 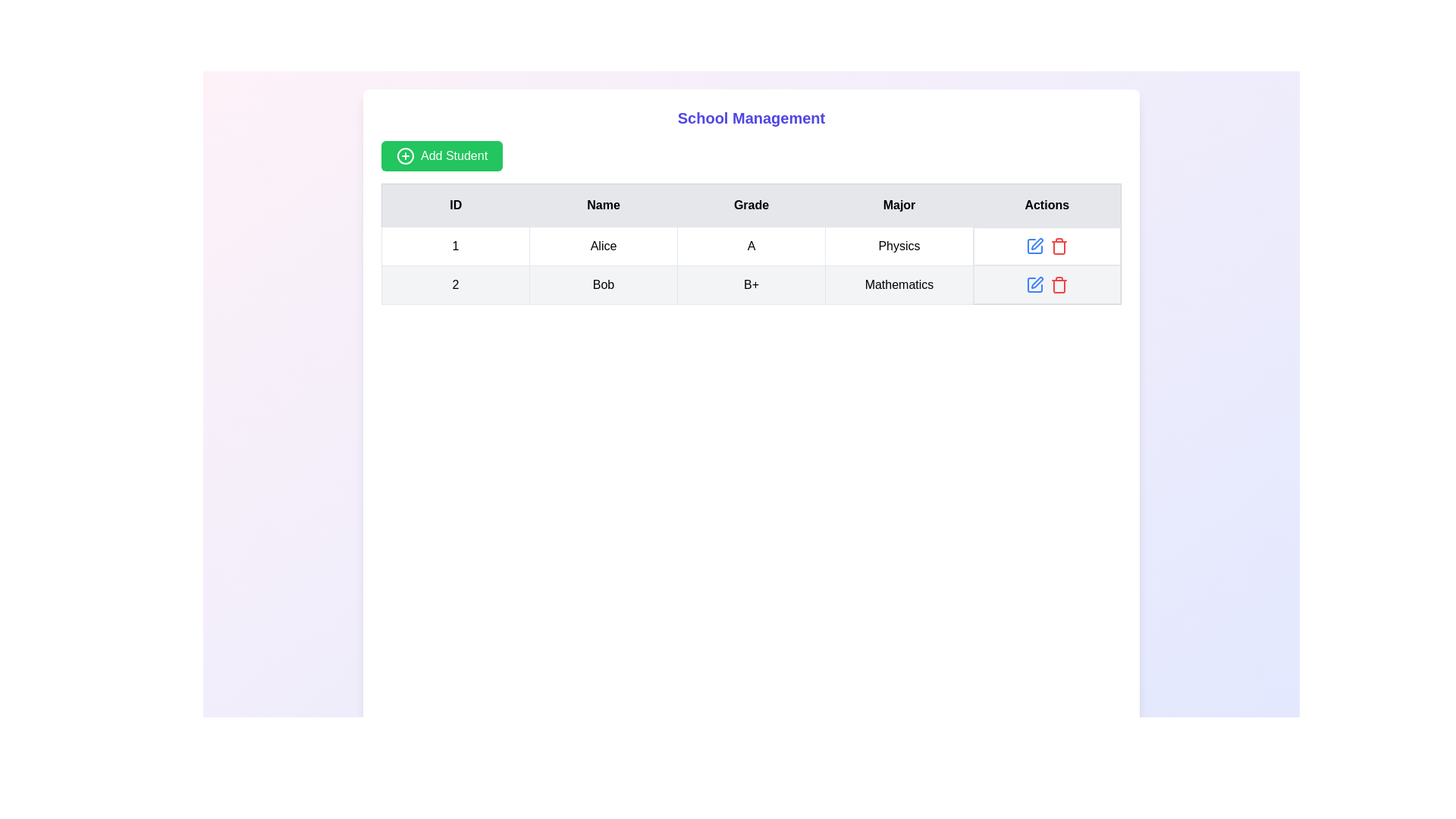 What do you see at coordinates (603, 284) in the screenshot?
I see `the table cell containing the text 'Bob', which is styled with padding and a border, located as the second cell in the second row under the 'Name' column` at bounding box center [603, 284].